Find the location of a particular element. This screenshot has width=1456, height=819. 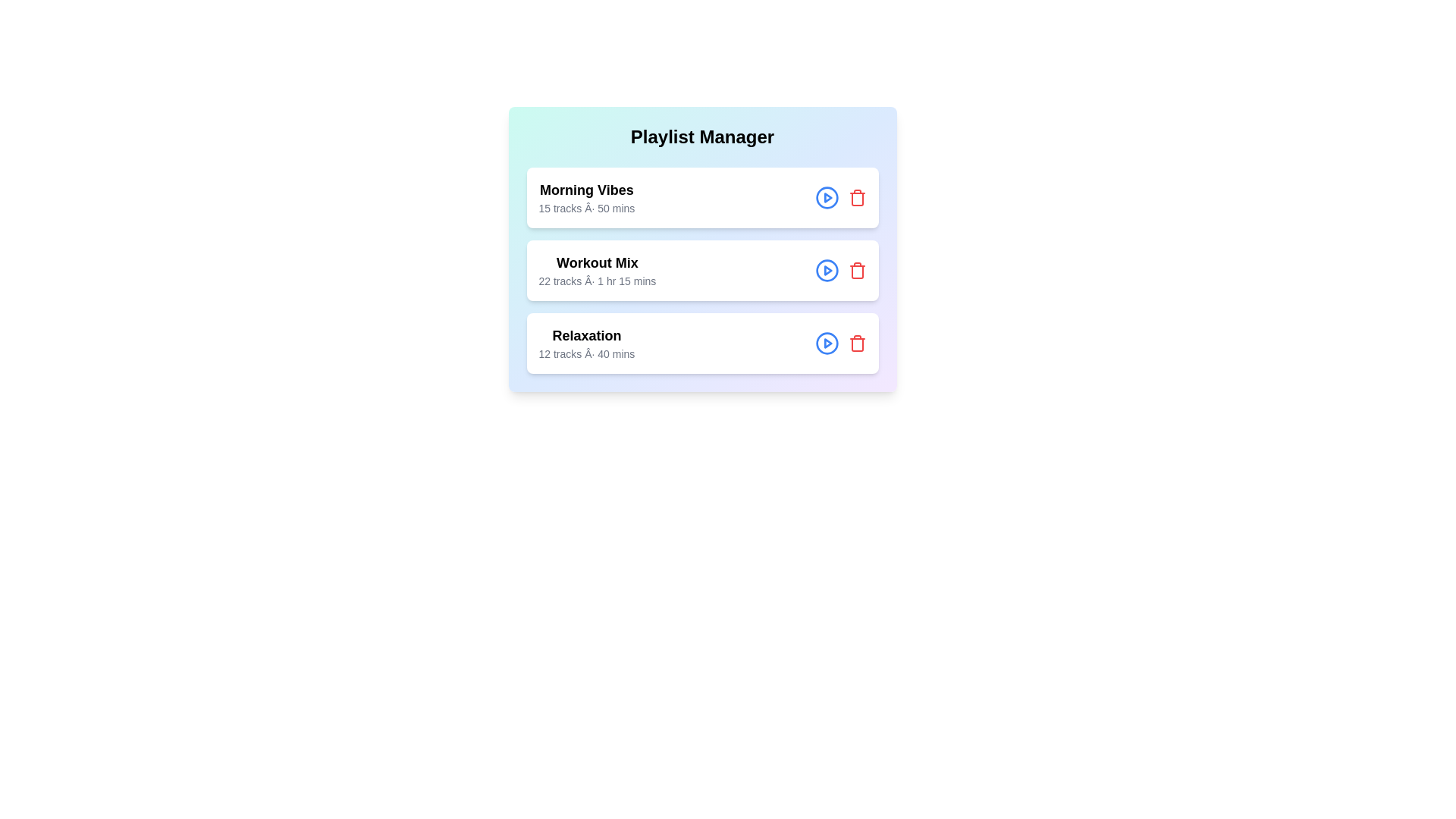

the delete button for the playlist titled 'Workout Mix' is located at coordinates (857, 270).